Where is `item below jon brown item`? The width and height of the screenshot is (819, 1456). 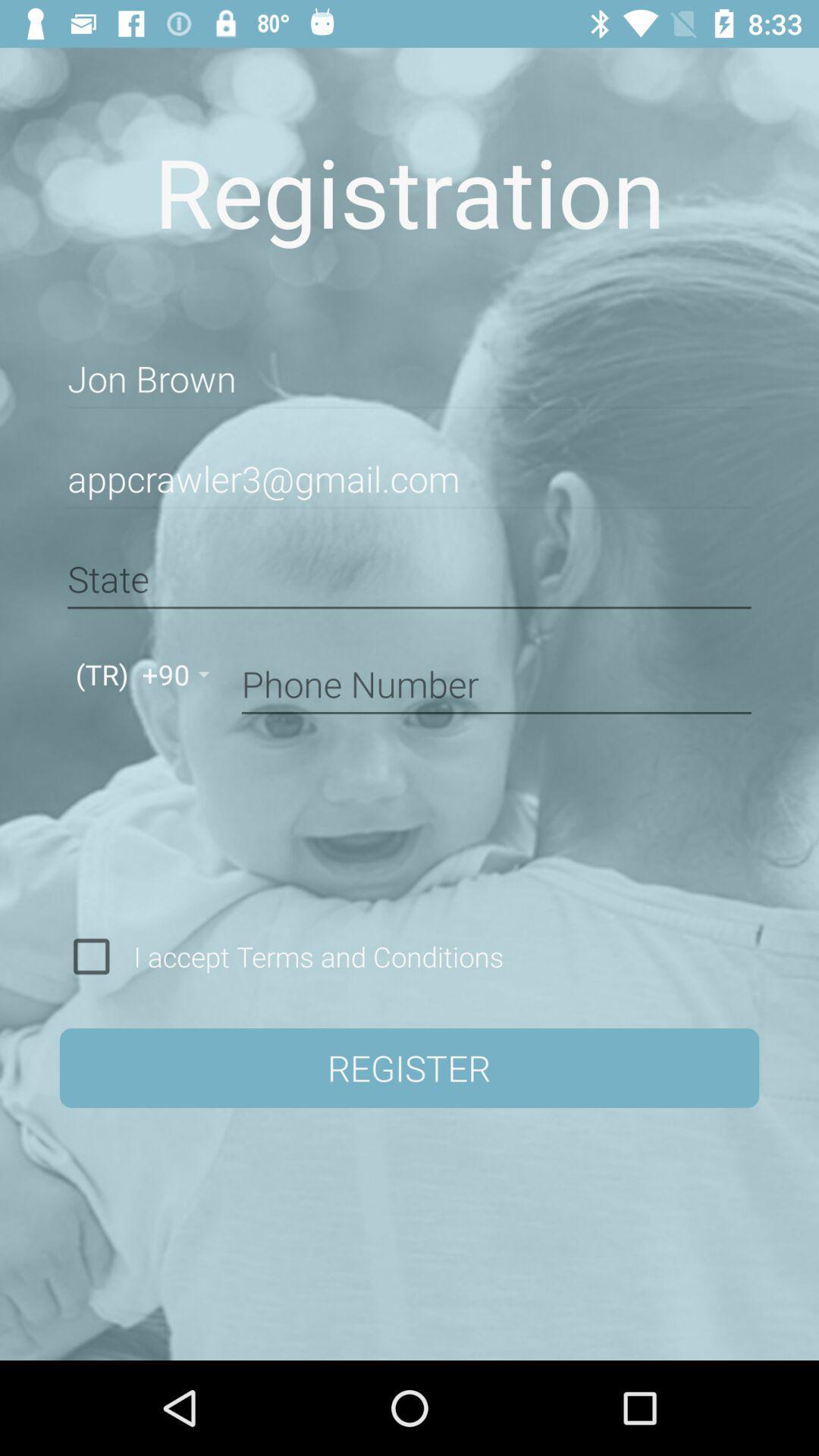
item below jon brown item is located at coordinates (409, 479).